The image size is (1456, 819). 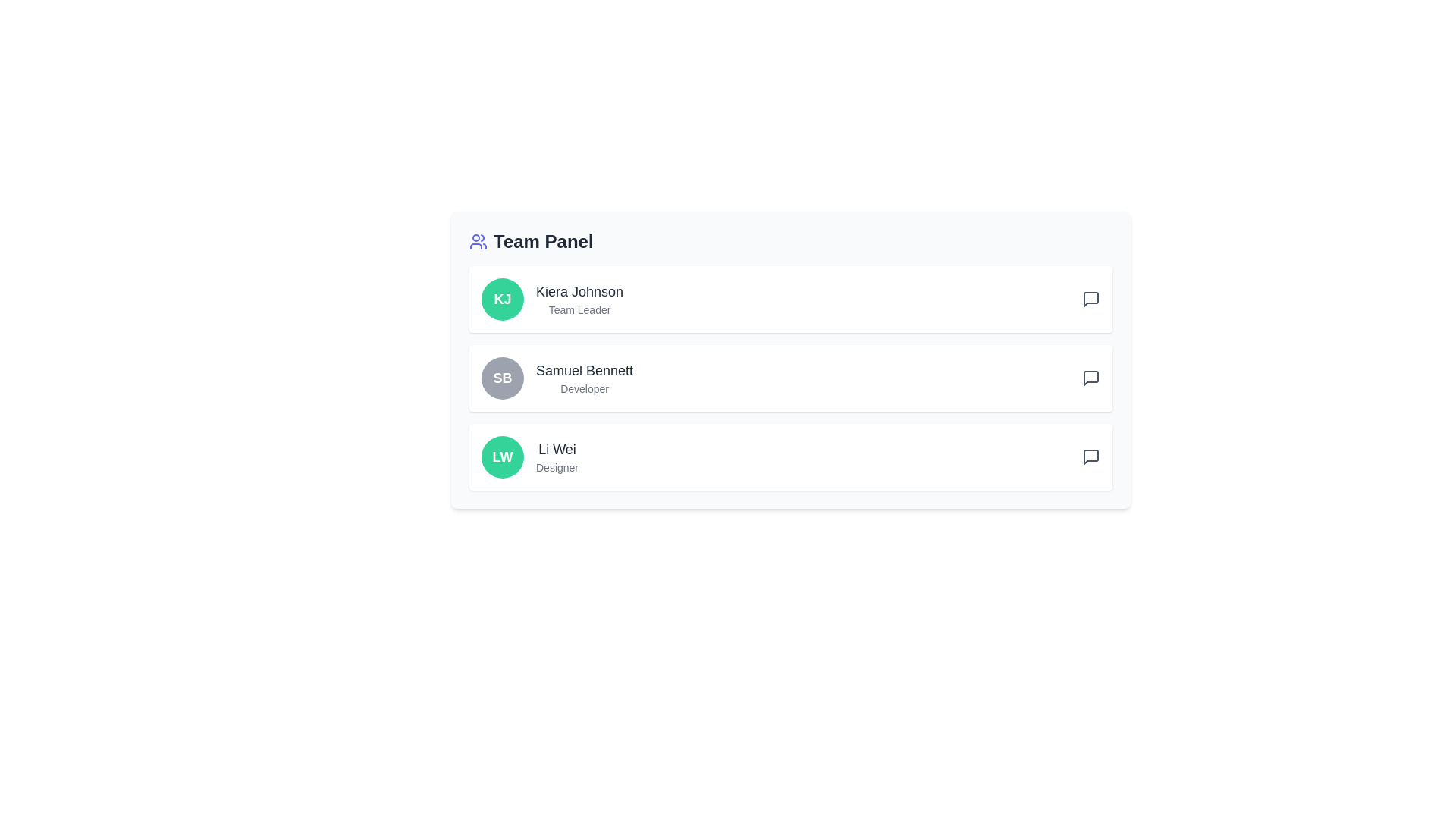 What do you see at coordinates (789, 377) in the screenshot?
I see `the card representing team member 'Samuel Bennett', a Developer, located in the vertical list of team member cards` at bounding box center [789, 377].